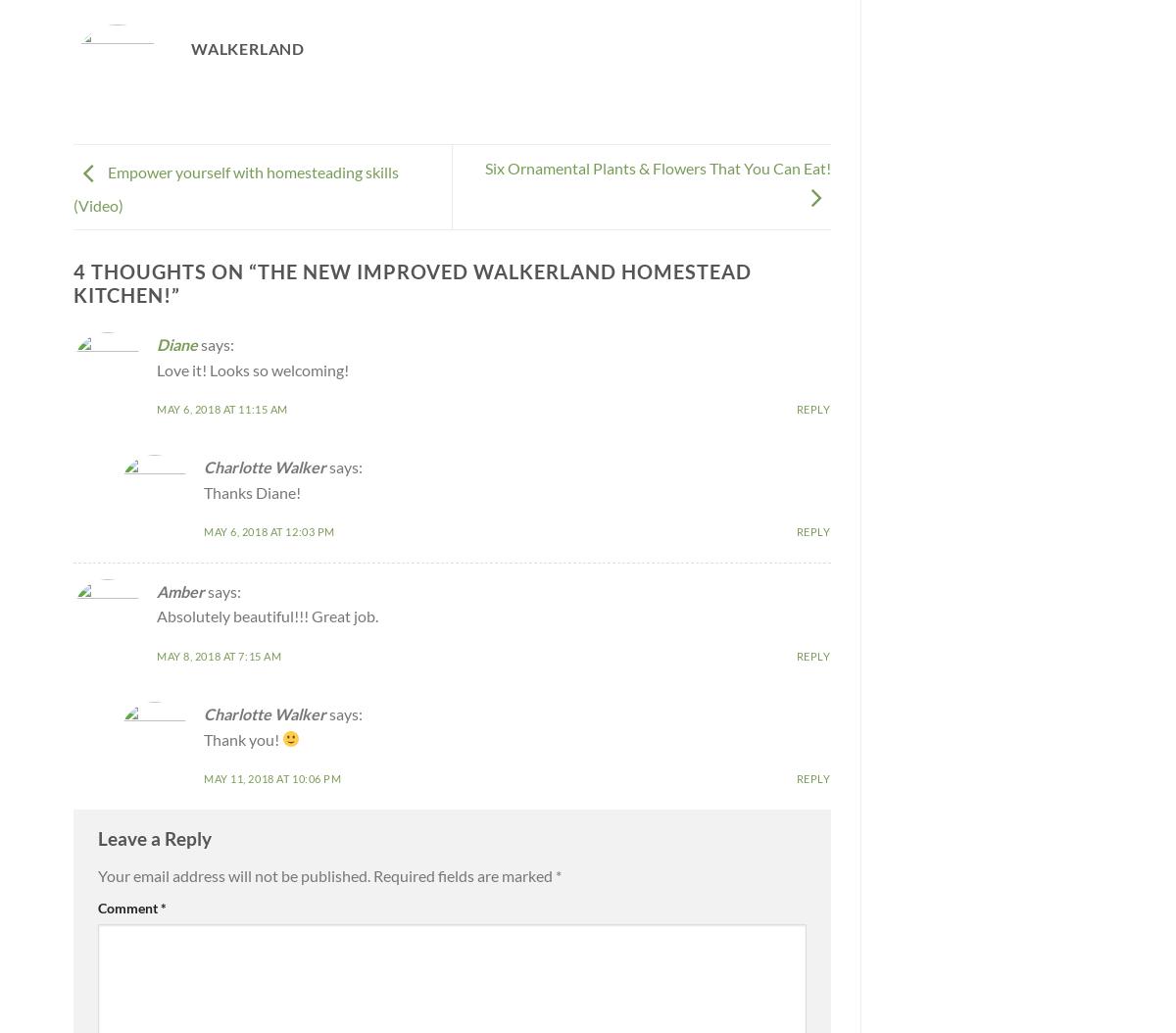 The image size is (1176, 1033). I want to click on 'Comment', so click(129, 906).